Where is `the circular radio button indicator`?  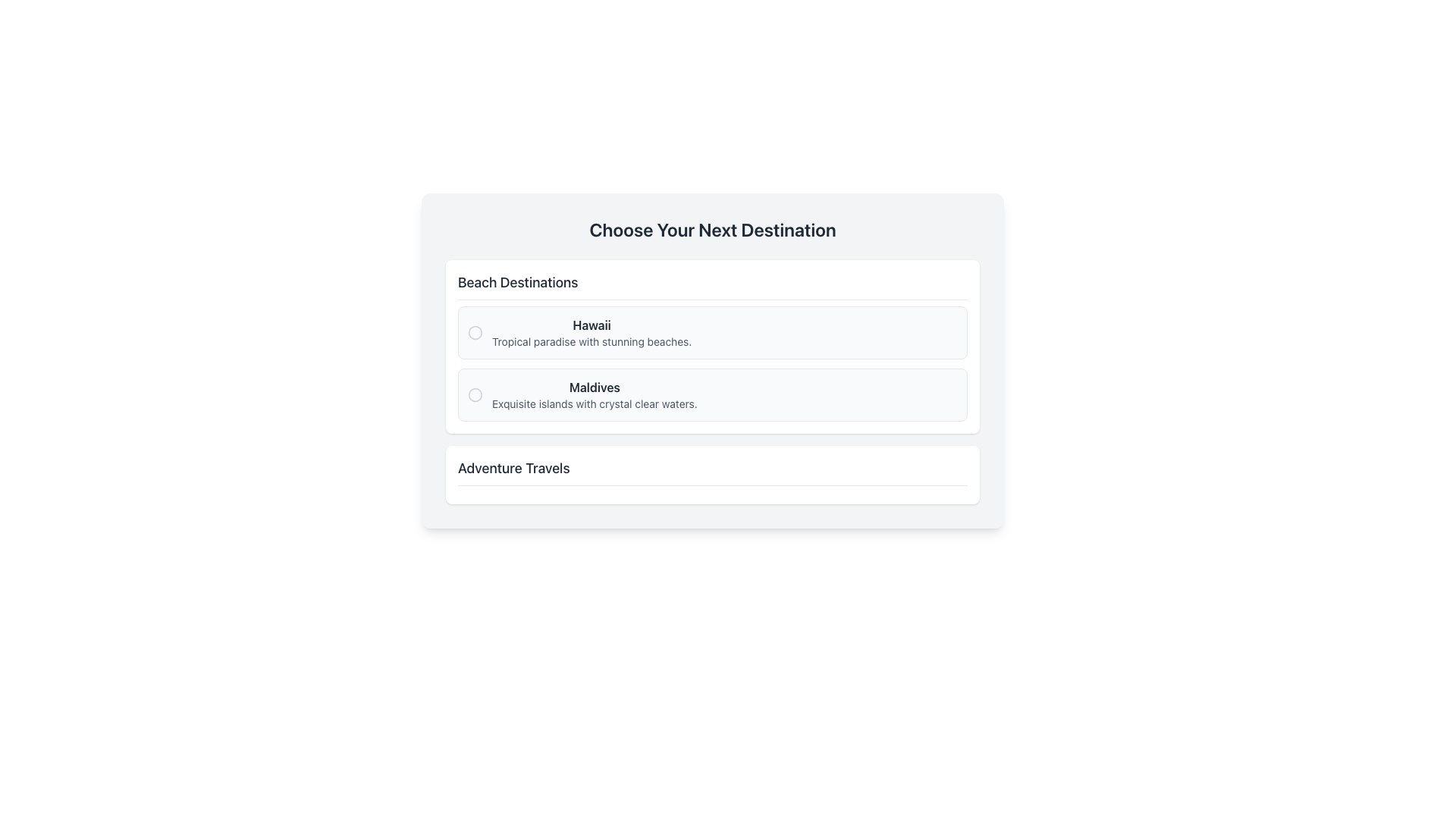
the circular radio button indicator is located at coordinates (475, 394).